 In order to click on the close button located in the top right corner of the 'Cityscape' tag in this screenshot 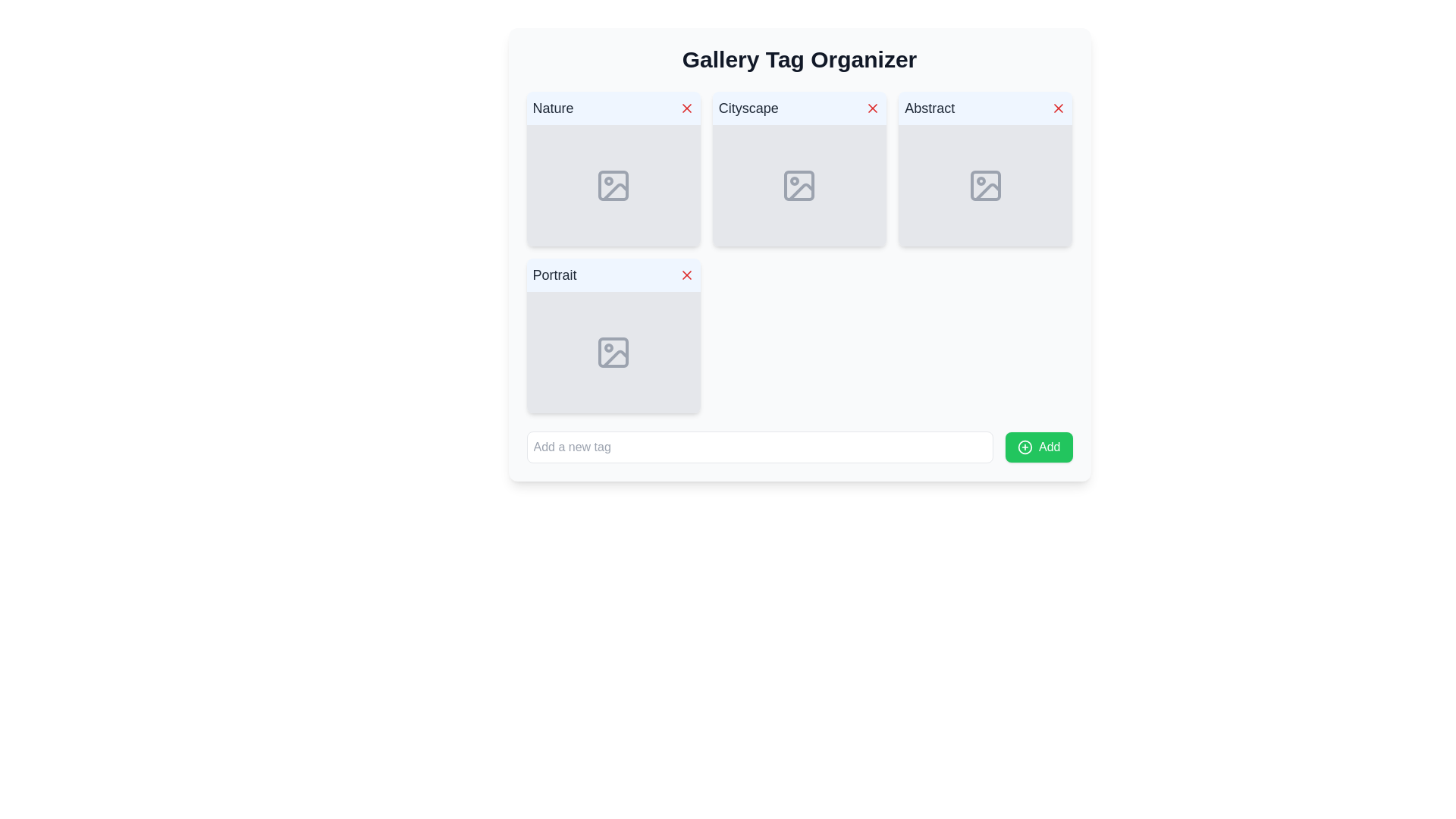, I will do `click(873, 107)`.